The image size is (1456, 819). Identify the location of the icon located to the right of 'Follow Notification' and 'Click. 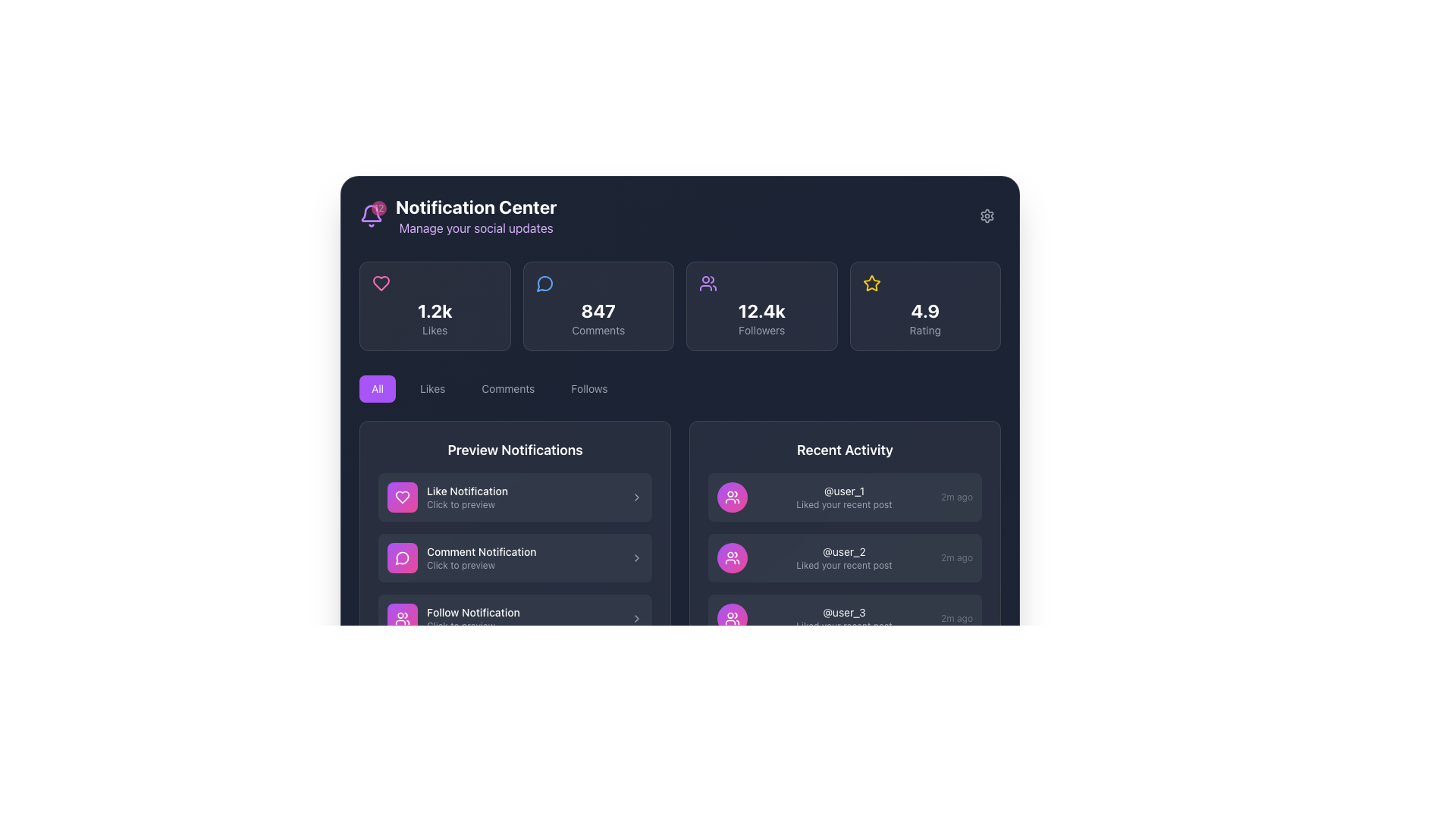
(637, 619).